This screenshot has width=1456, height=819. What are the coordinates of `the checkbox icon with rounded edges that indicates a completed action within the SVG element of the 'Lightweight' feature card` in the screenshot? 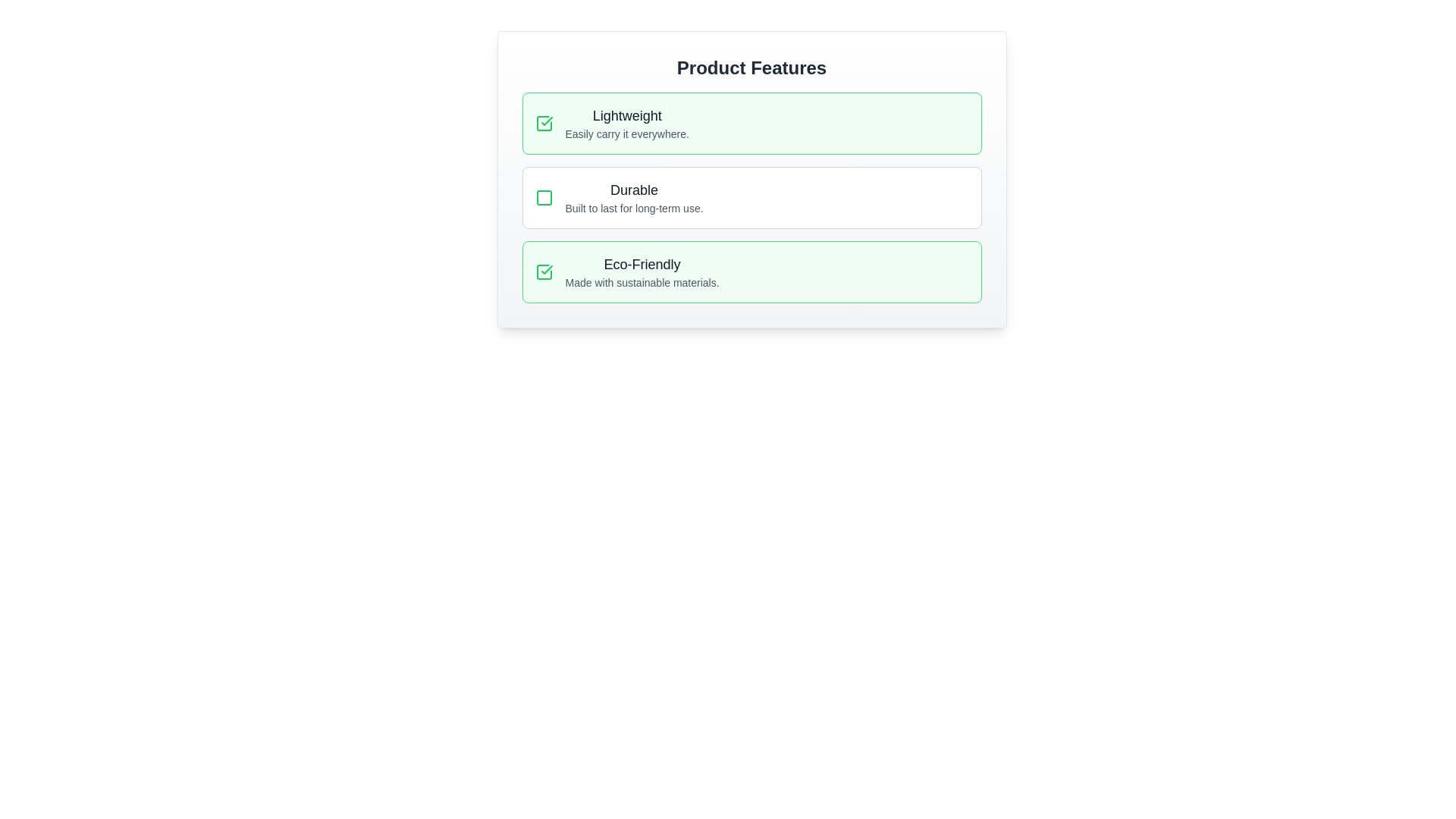 It's located at (544, 271).